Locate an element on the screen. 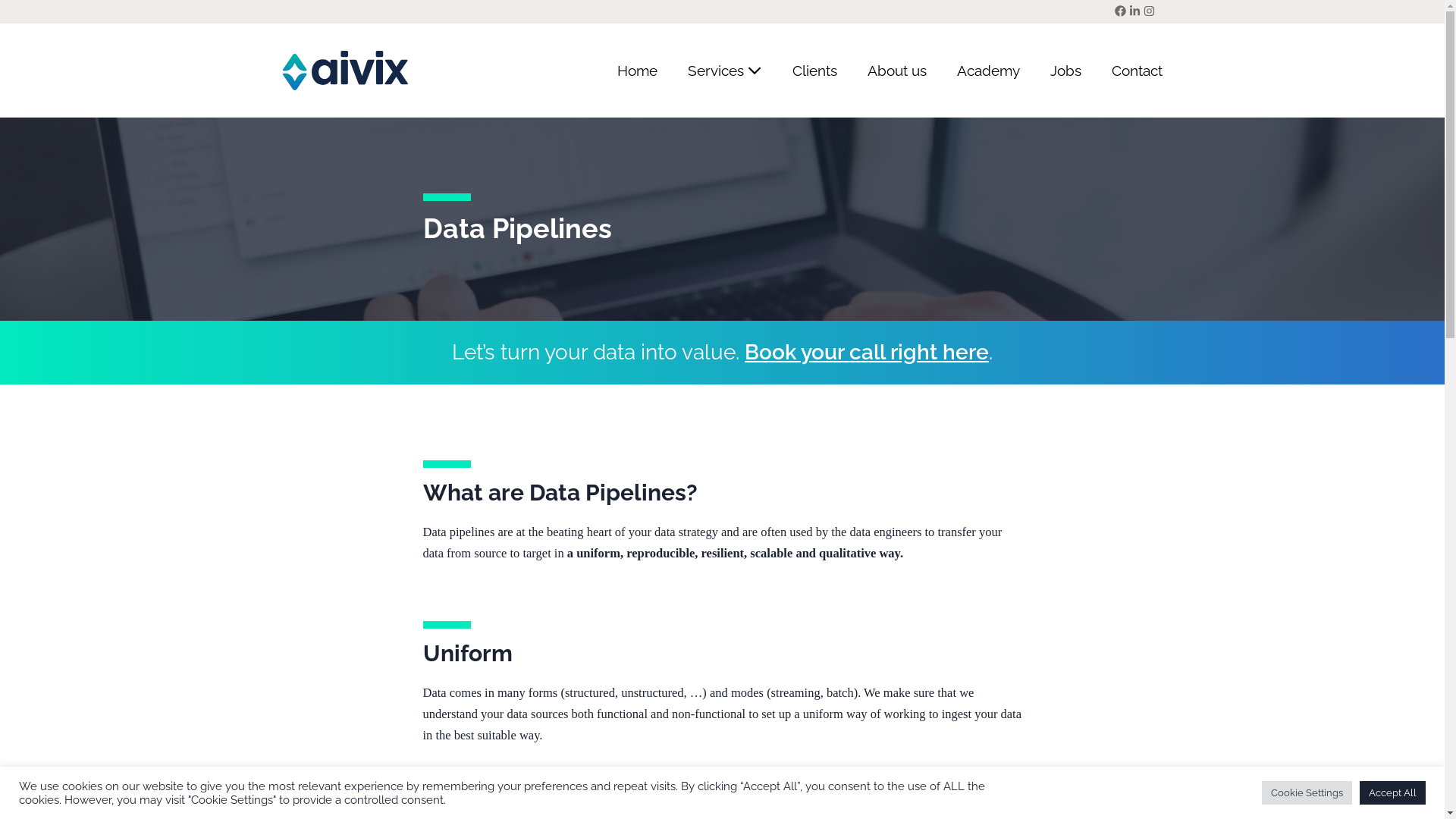 The height and width of the screenshot is (819, 1456). 'Contact' is located at coordinates (1129, 70).